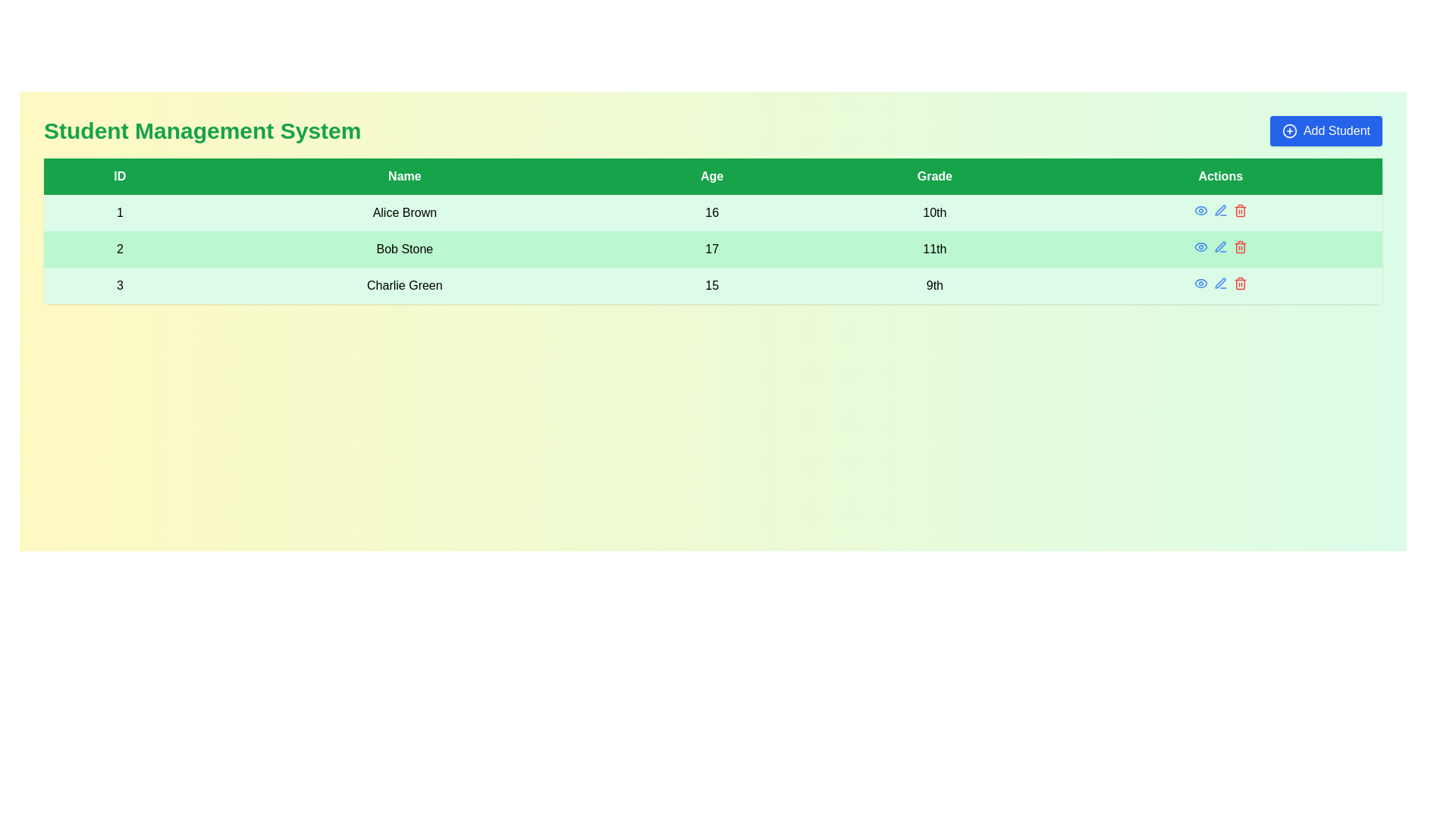 This screenshot has width=1456, height=819. I want to click on the static text element representing the identifier in the first row and first column of the table under the 'ID' header, so click(119, 213).